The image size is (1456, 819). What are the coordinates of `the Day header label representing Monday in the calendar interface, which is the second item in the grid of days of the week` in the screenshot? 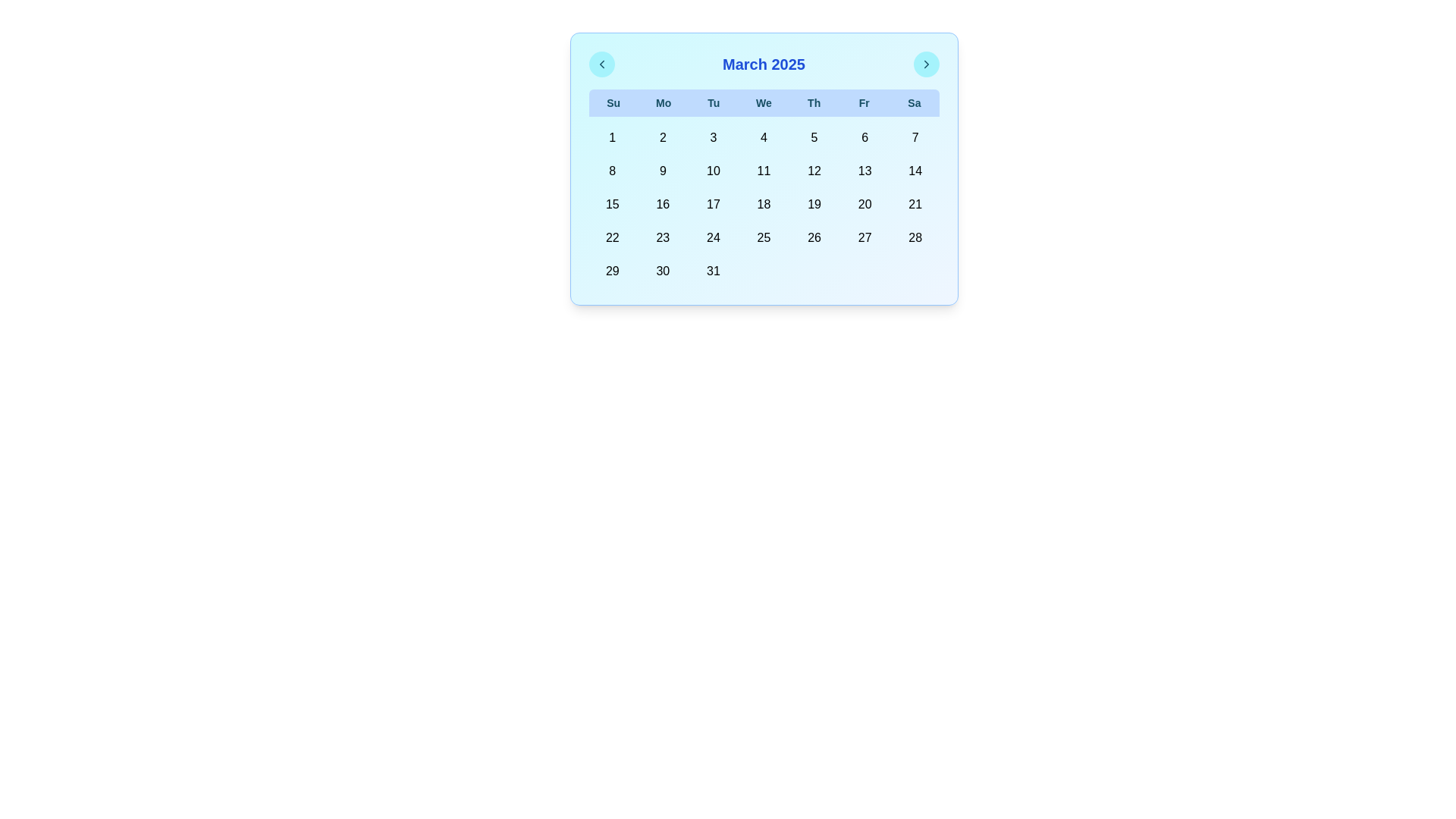 It's located at (664, 102).